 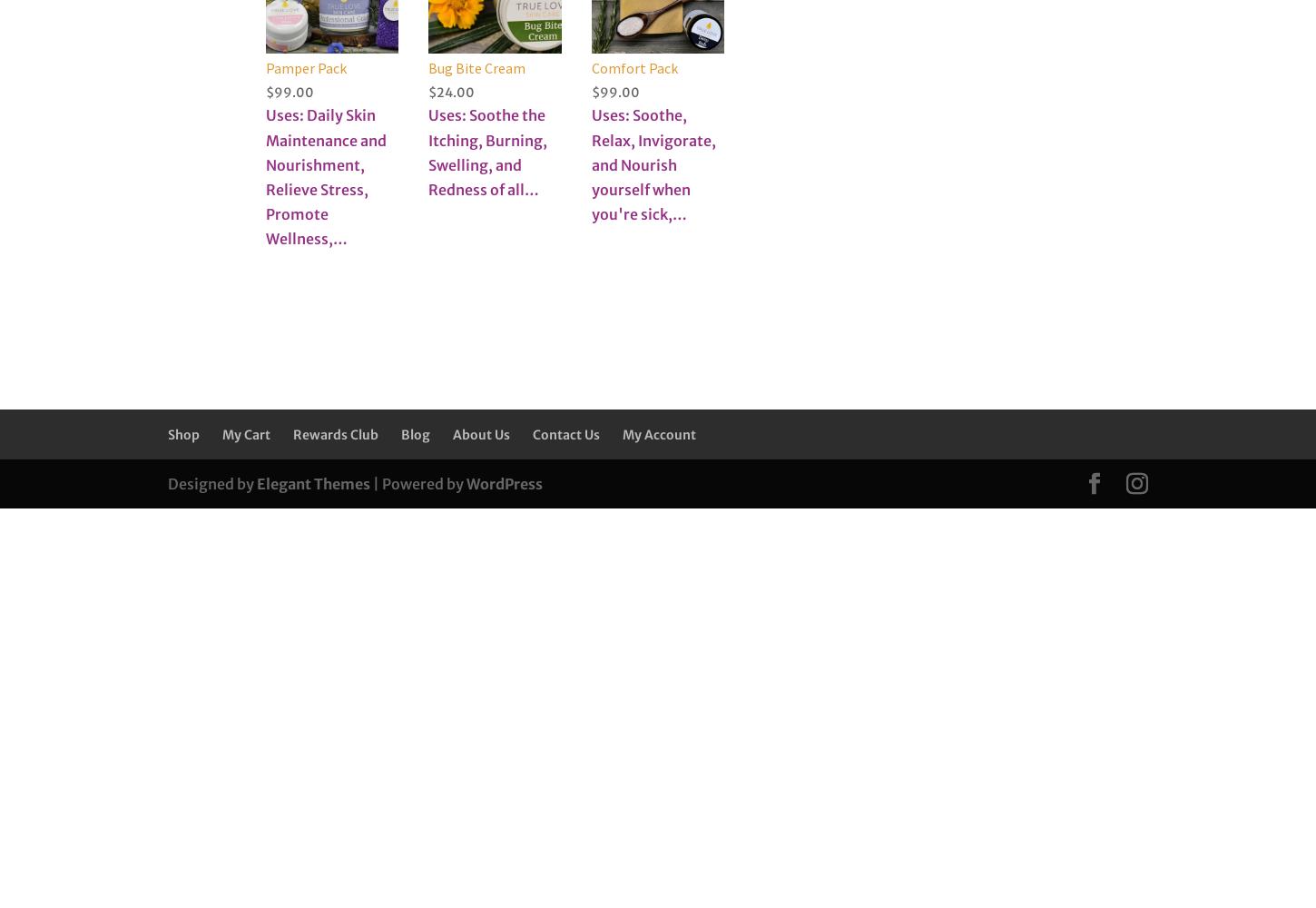 I want to click on 'Blog', so click(x=415, y=434).